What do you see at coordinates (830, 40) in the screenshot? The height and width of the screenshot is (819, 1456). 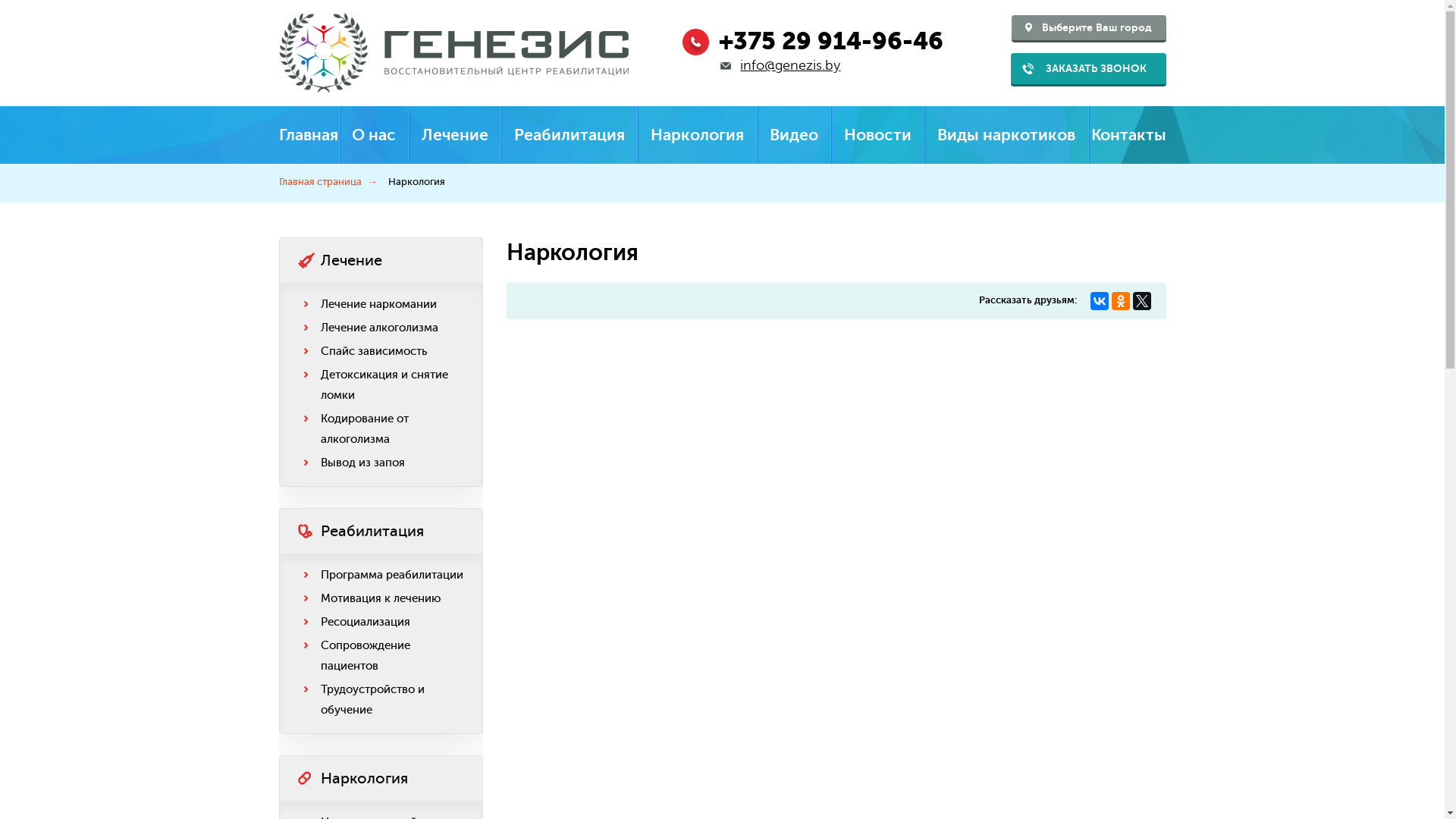 I see `'+375 29 914-96-46'` at bounding box center [830, 40].